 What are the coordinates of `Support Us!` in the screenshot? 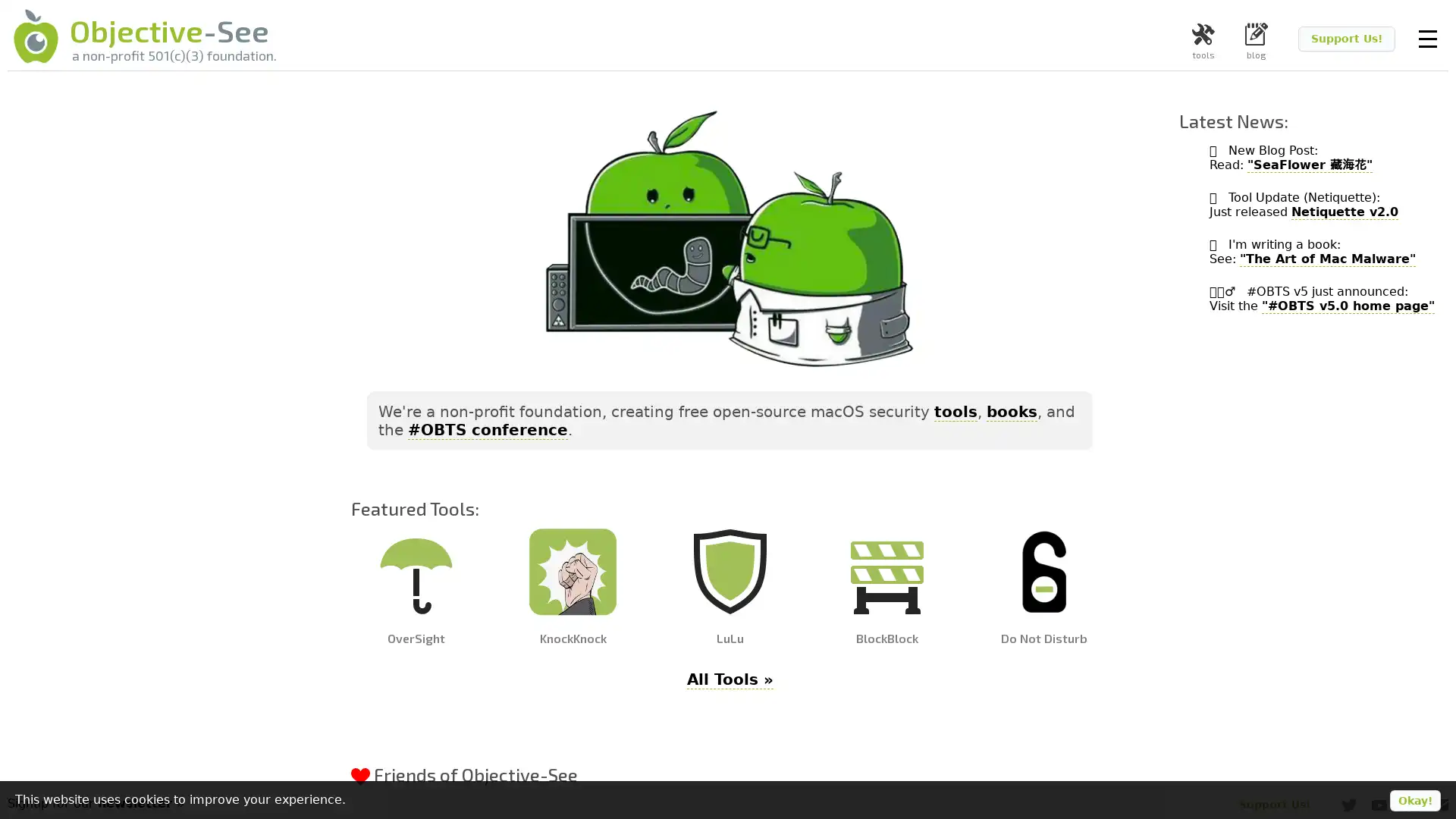 It's located at (1274, 803).